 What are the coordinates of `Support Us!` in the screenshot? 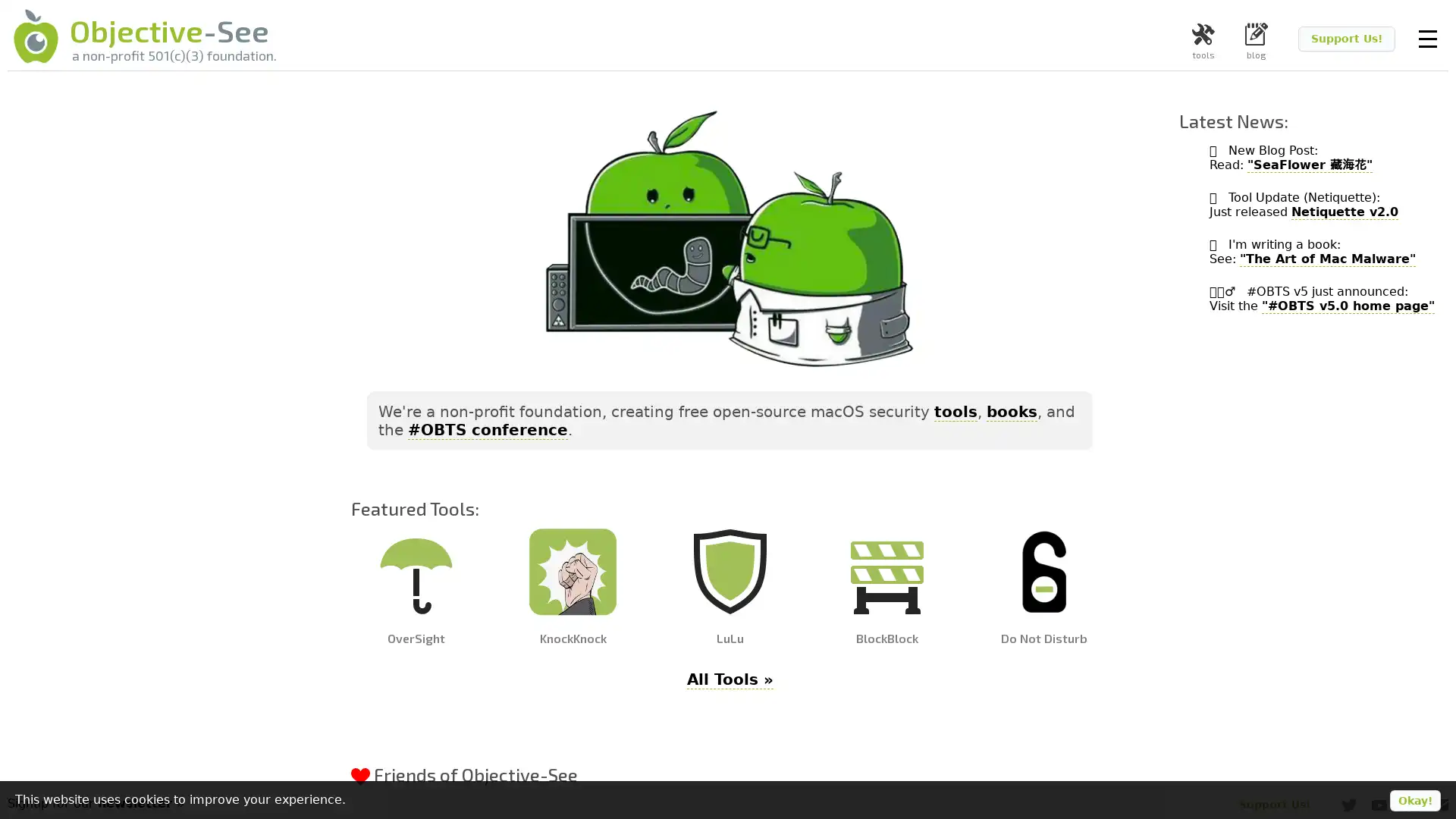 It's located at (1274, 803).